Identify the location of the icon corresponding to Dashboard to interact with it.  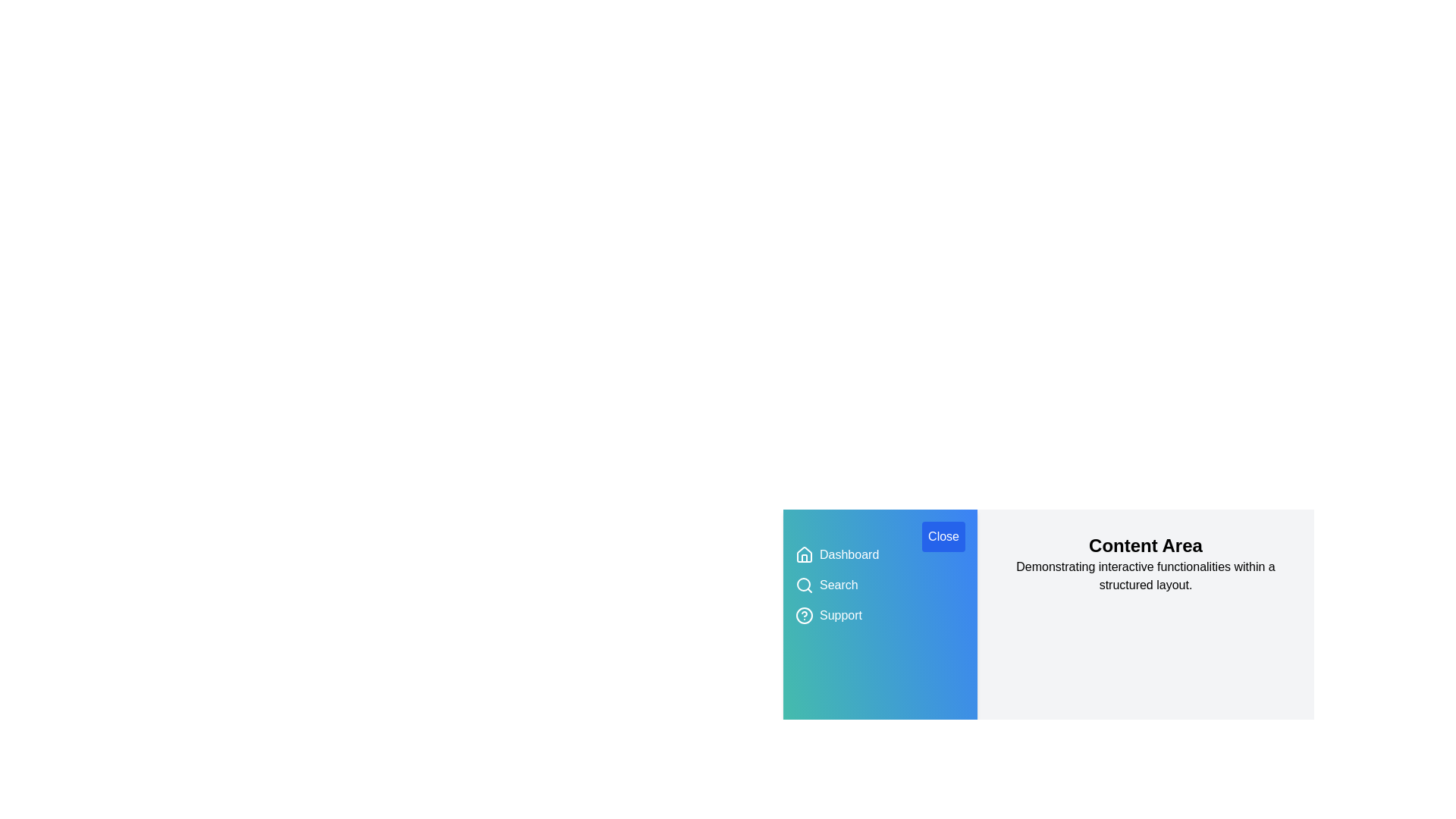
(803, 555).